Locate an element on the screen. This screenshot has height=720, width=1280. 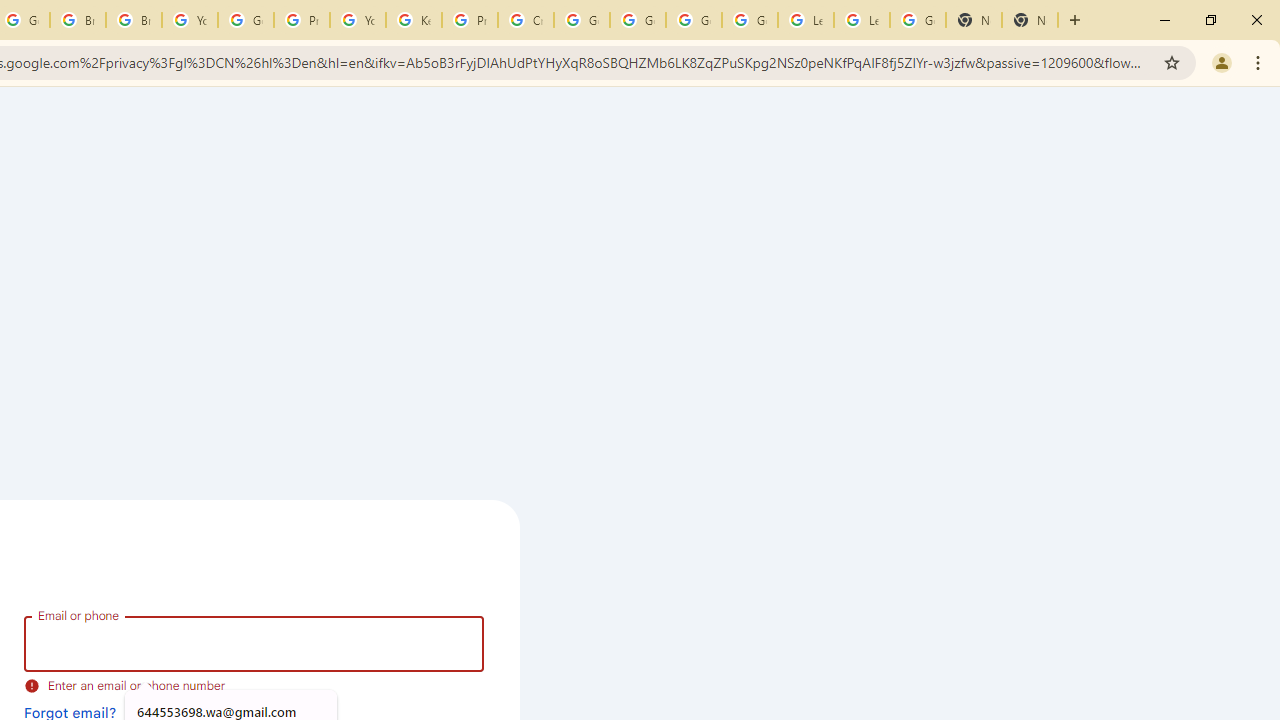
'Email or phone' is located at coordinates (253, 643).